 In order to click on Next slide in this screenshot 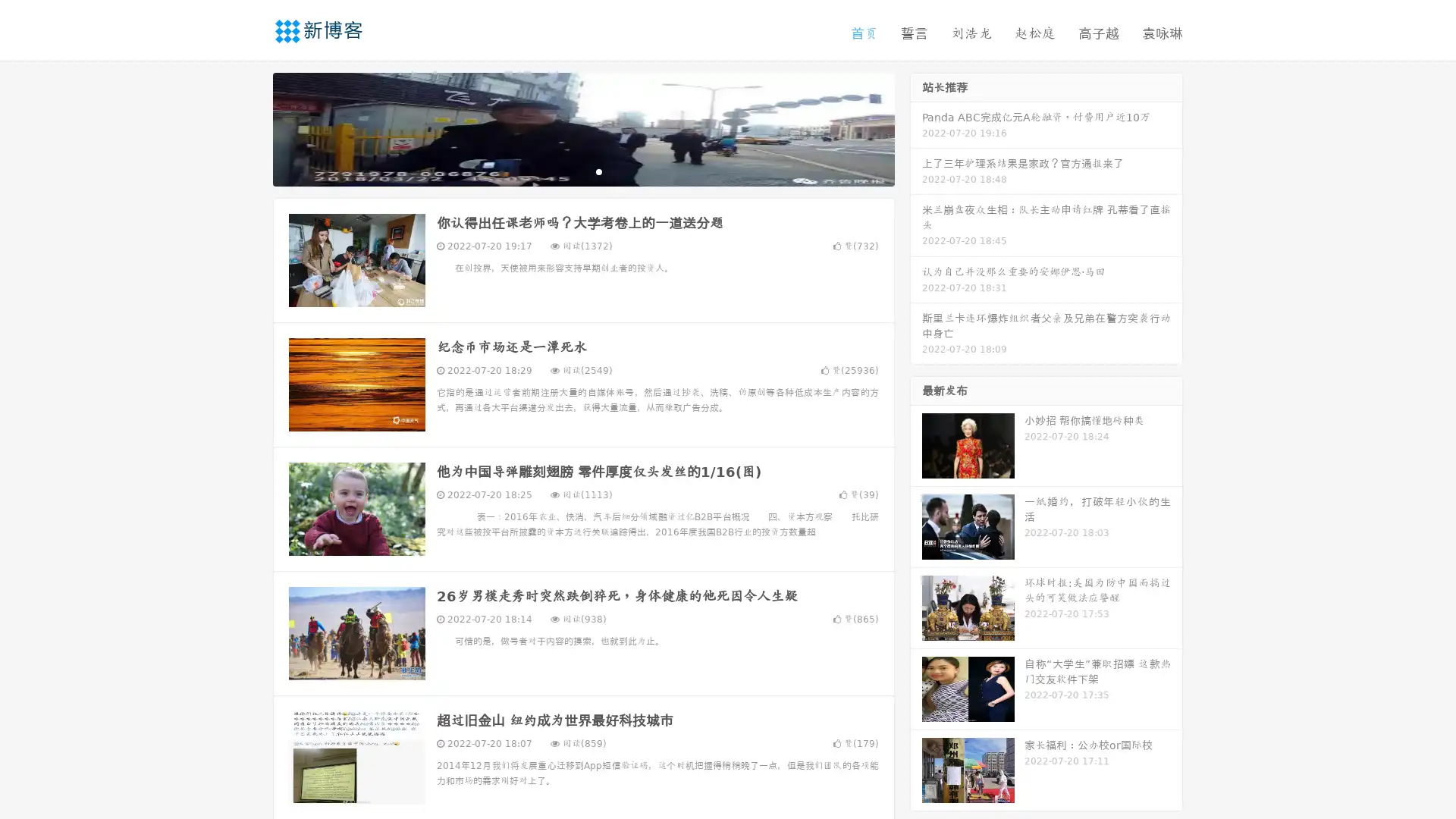, I will do `click(916, 127)`.